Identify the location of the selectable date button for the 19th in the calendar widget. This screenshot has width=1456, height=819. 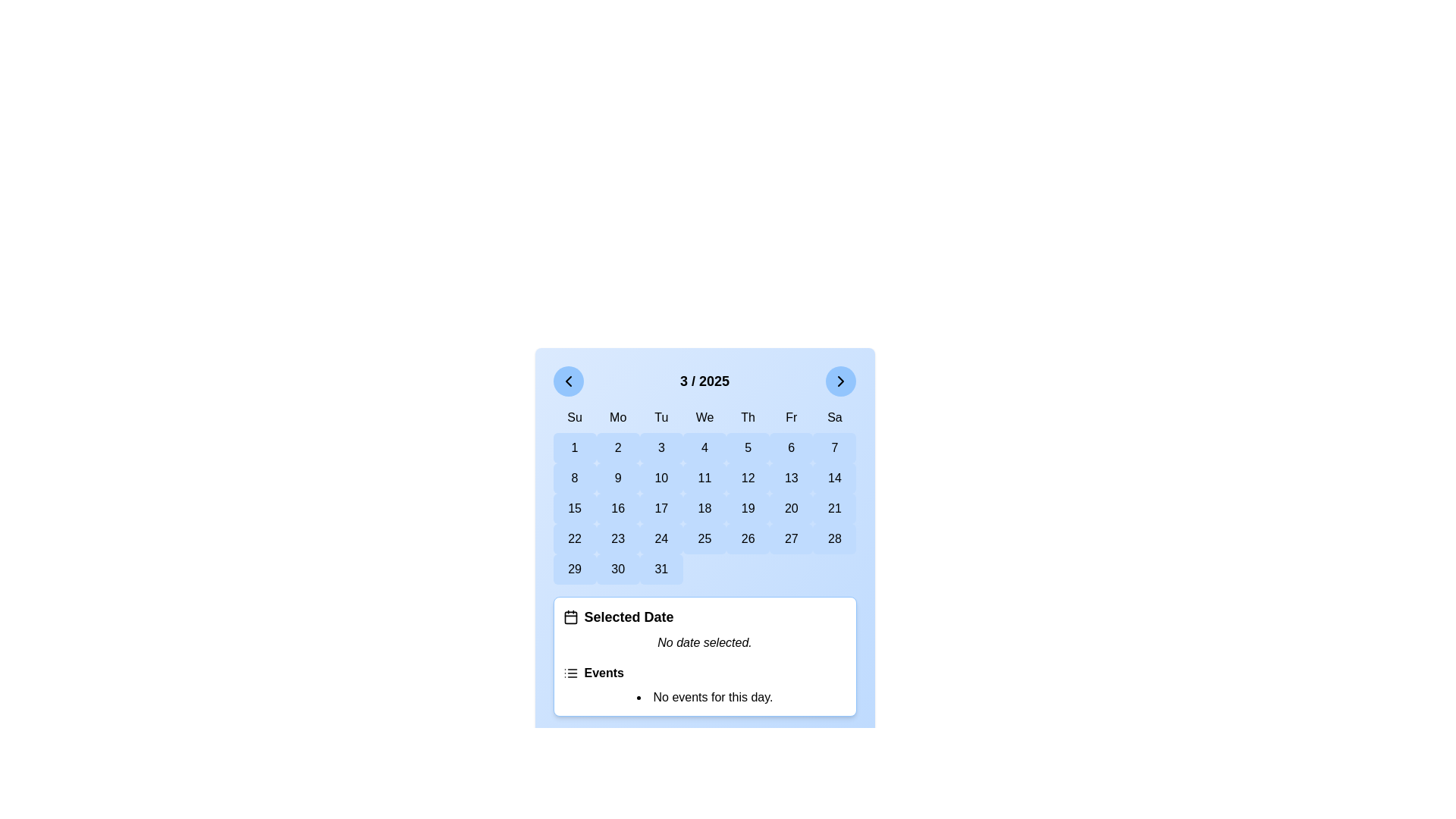
(748, 509).